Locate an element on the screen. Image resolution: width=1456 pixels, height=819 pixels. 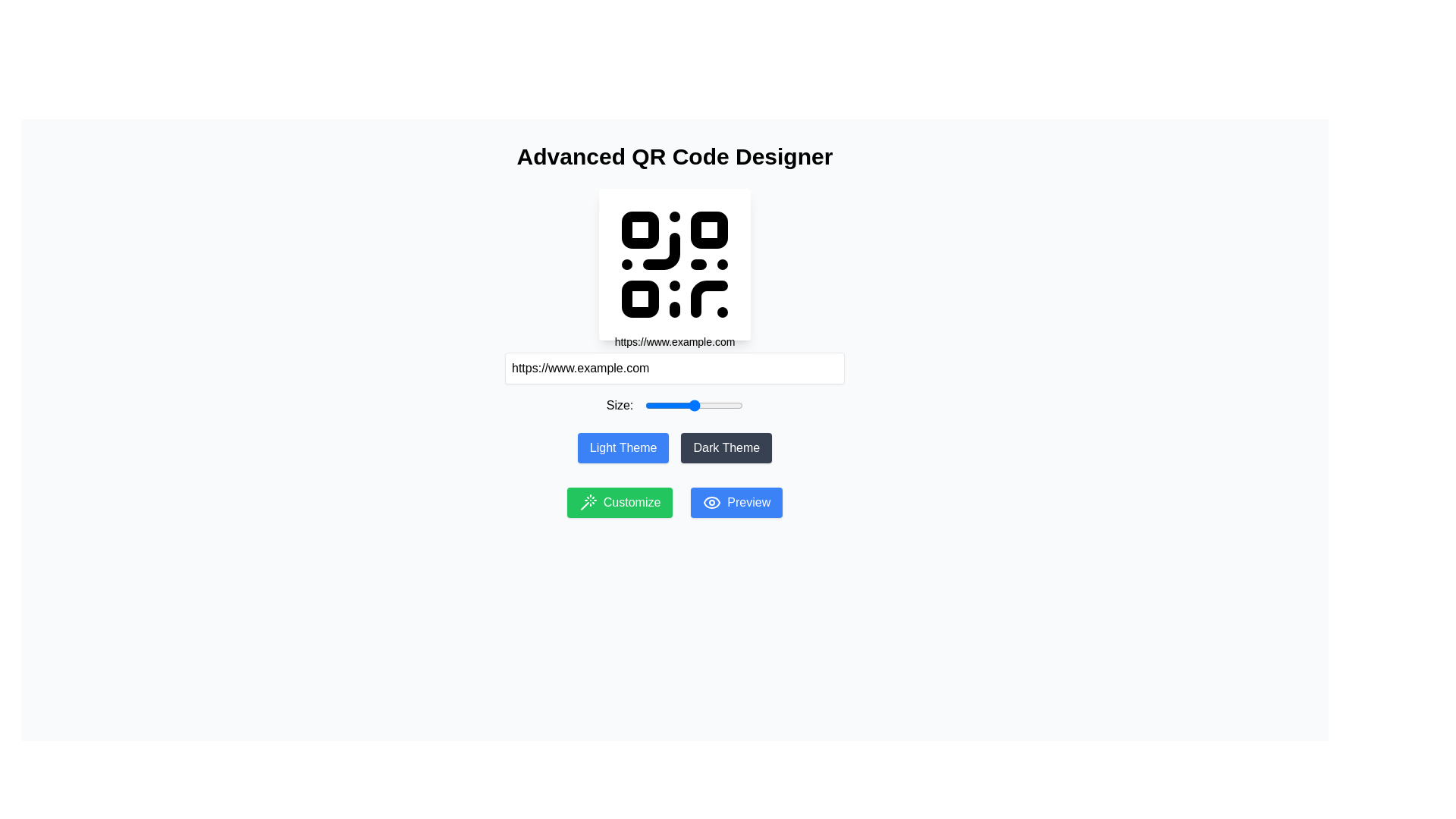
the size is located at coordinates (676, 405).